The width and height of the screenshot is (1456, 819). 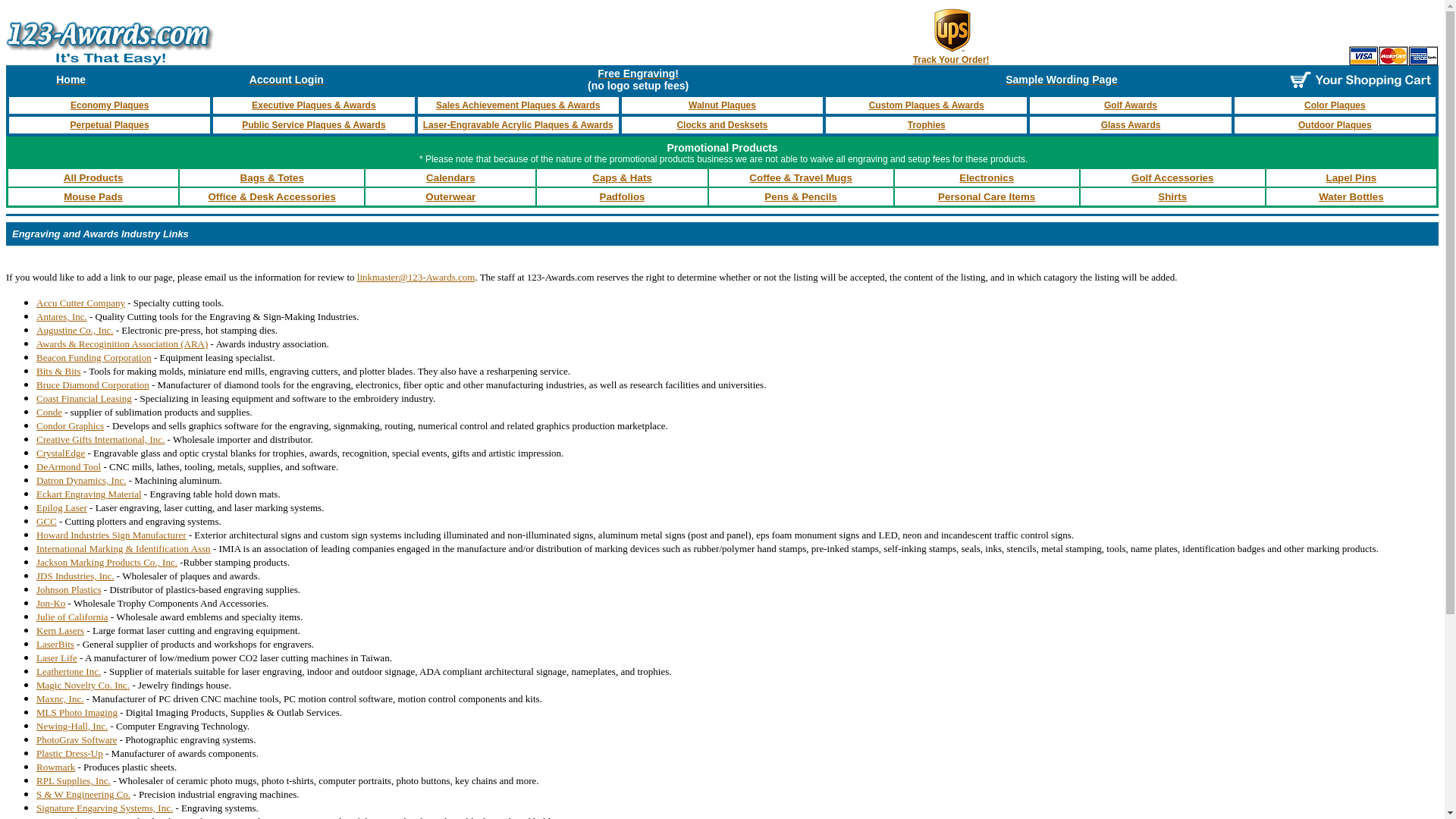 I want to click on 'All Products', so click(x=93, y=177).